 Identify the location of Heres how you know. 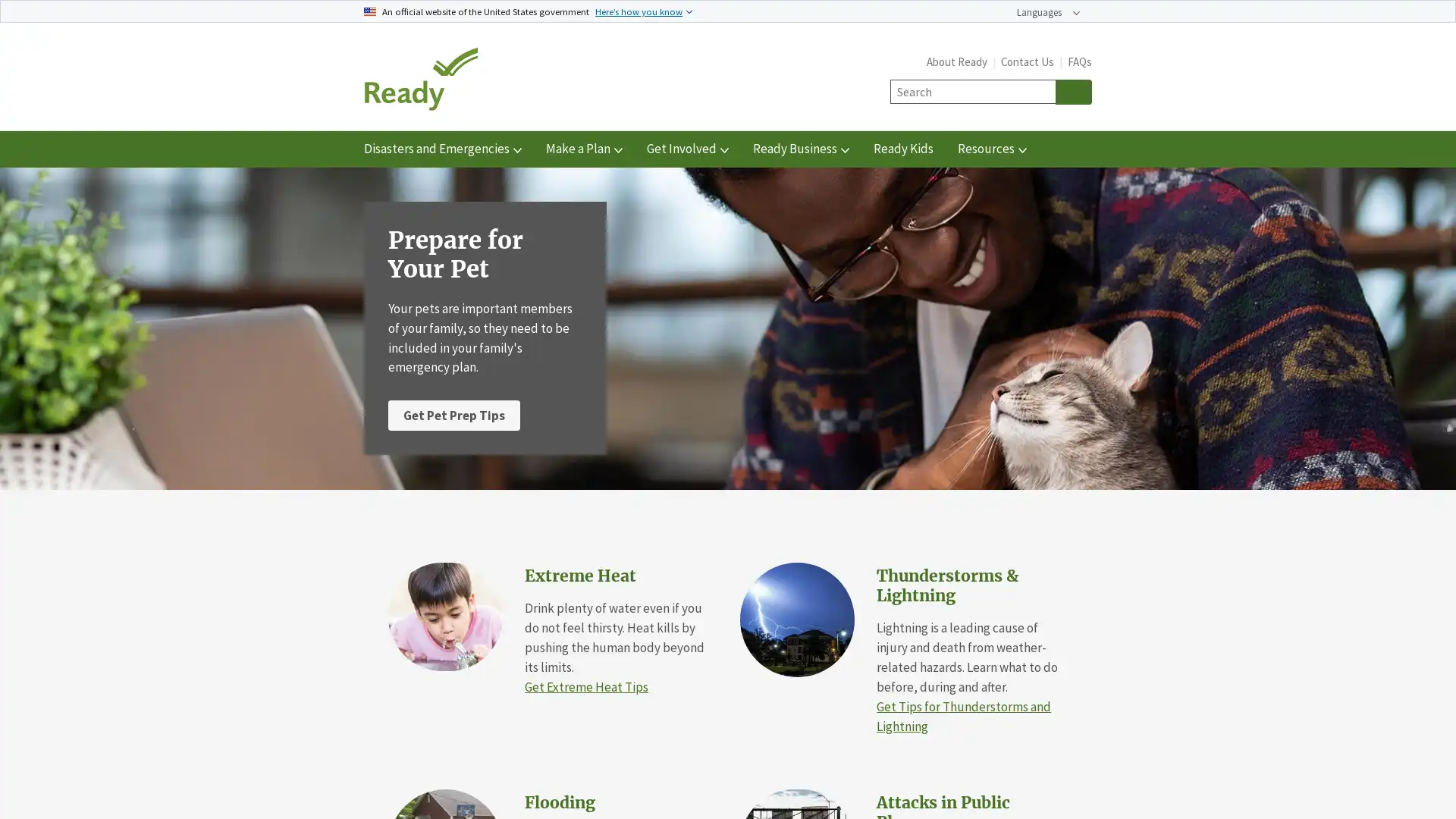
(644, 11).